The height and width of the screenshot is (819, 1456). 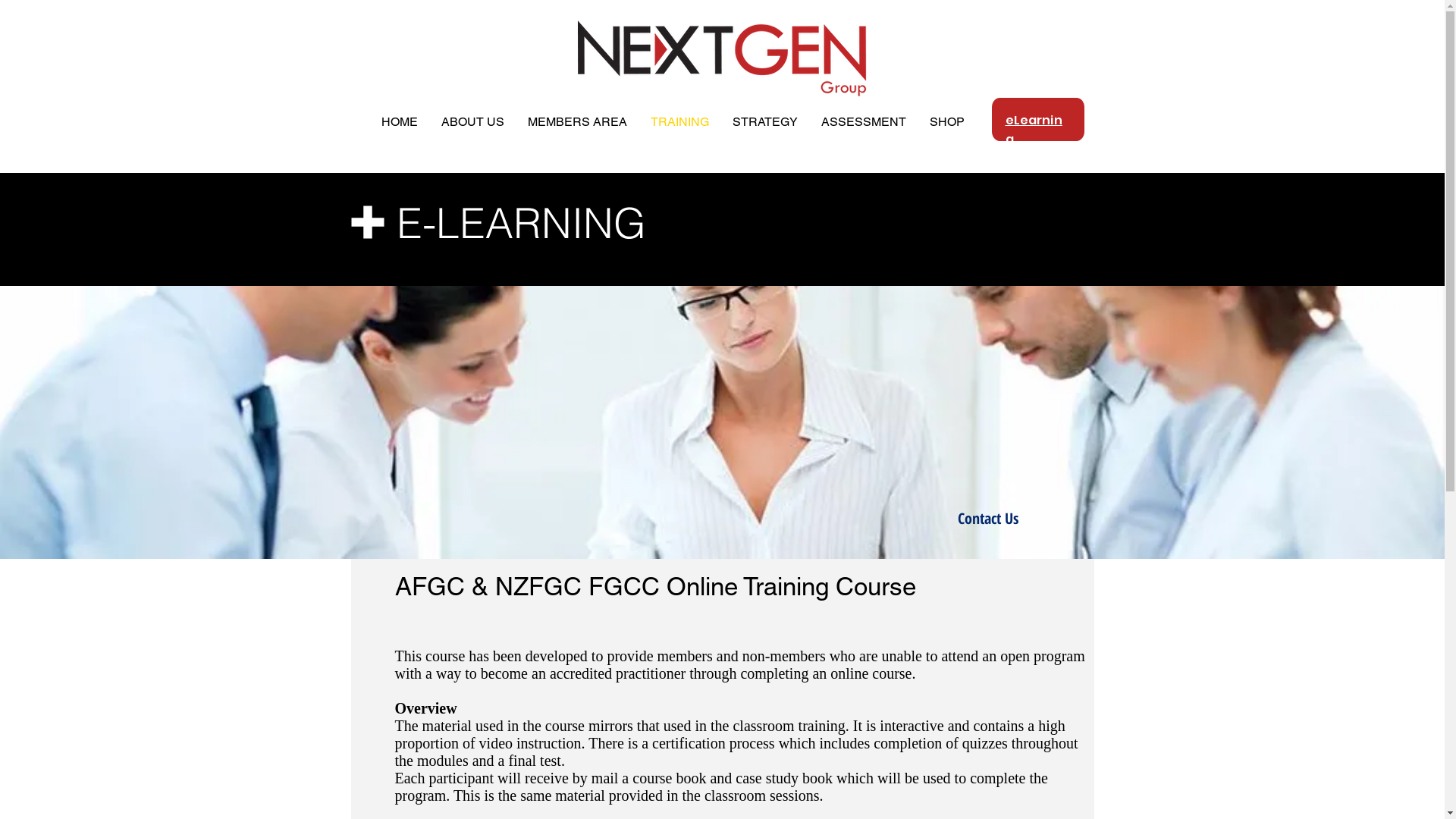 I want to click on 'STRATEGY', so click(x=720, y=121).